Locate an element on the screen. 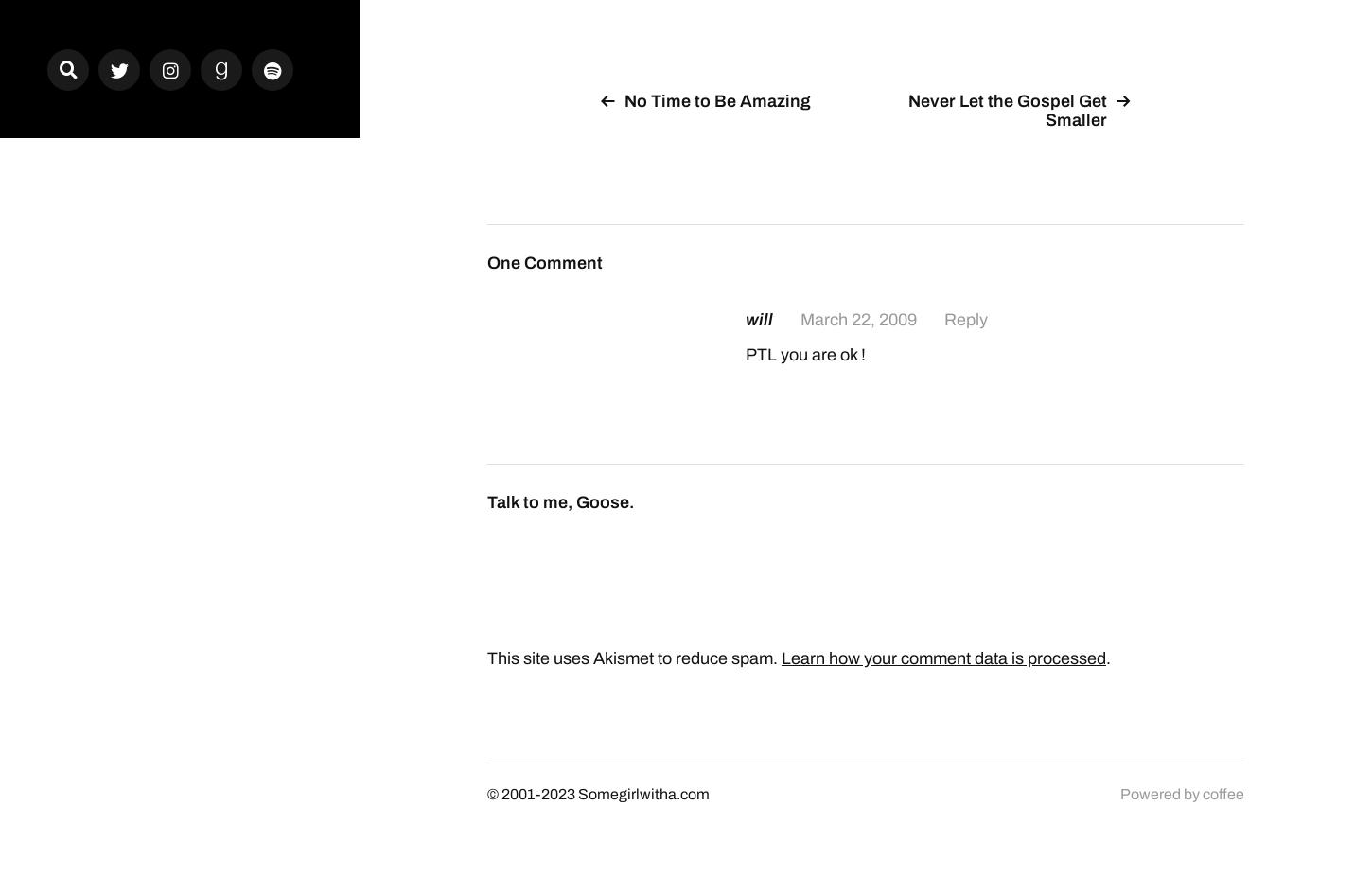 Image resolution: width=1372 pixels, height=877 pixels. 'Learn how your comment data is processed' is located at coordinates (943, 656).